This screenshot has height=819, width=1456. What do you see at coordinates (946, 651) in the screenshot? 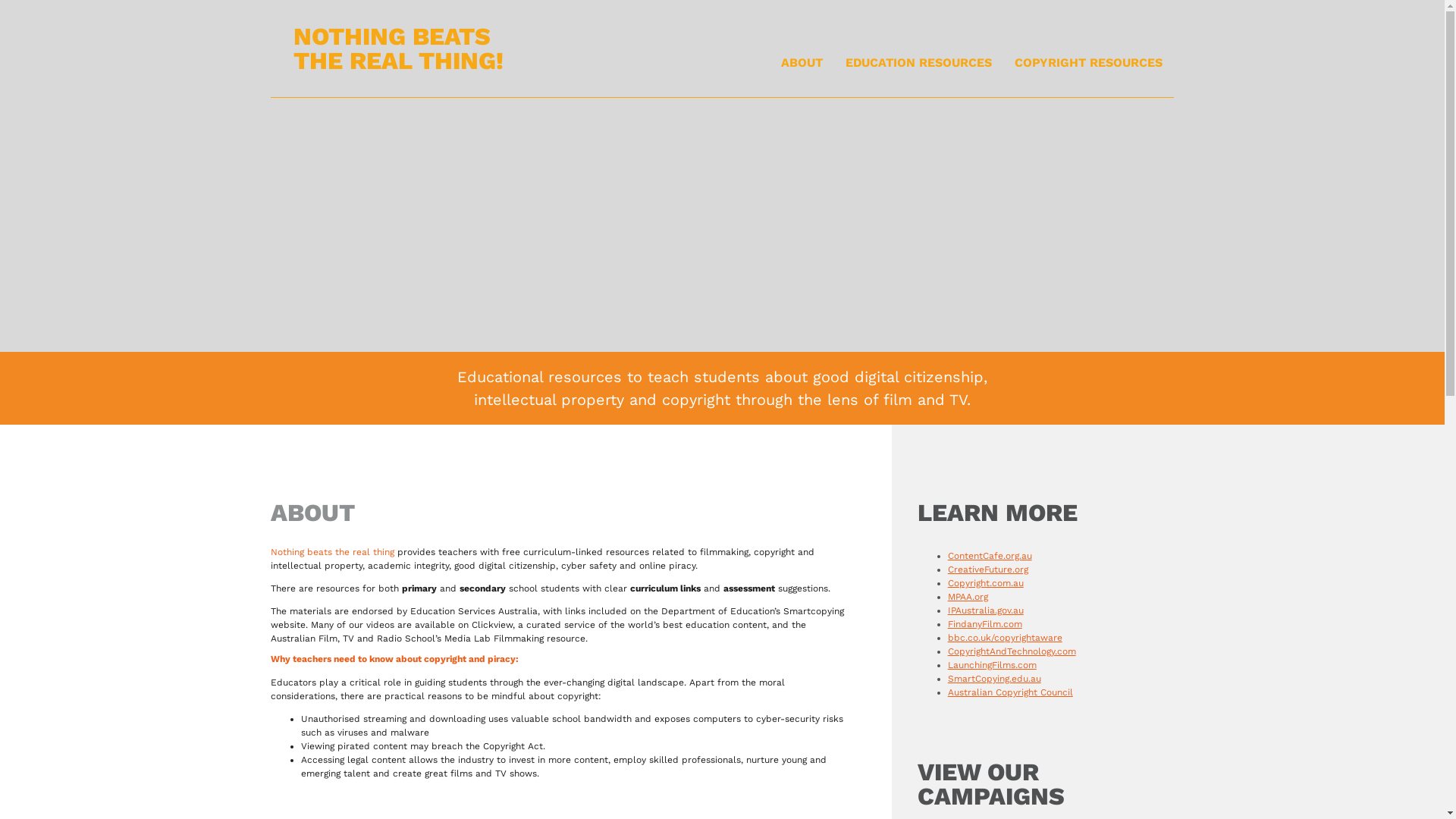
I see `'CopyrightAndTechnology.com'` at bounding box center [946, 651].